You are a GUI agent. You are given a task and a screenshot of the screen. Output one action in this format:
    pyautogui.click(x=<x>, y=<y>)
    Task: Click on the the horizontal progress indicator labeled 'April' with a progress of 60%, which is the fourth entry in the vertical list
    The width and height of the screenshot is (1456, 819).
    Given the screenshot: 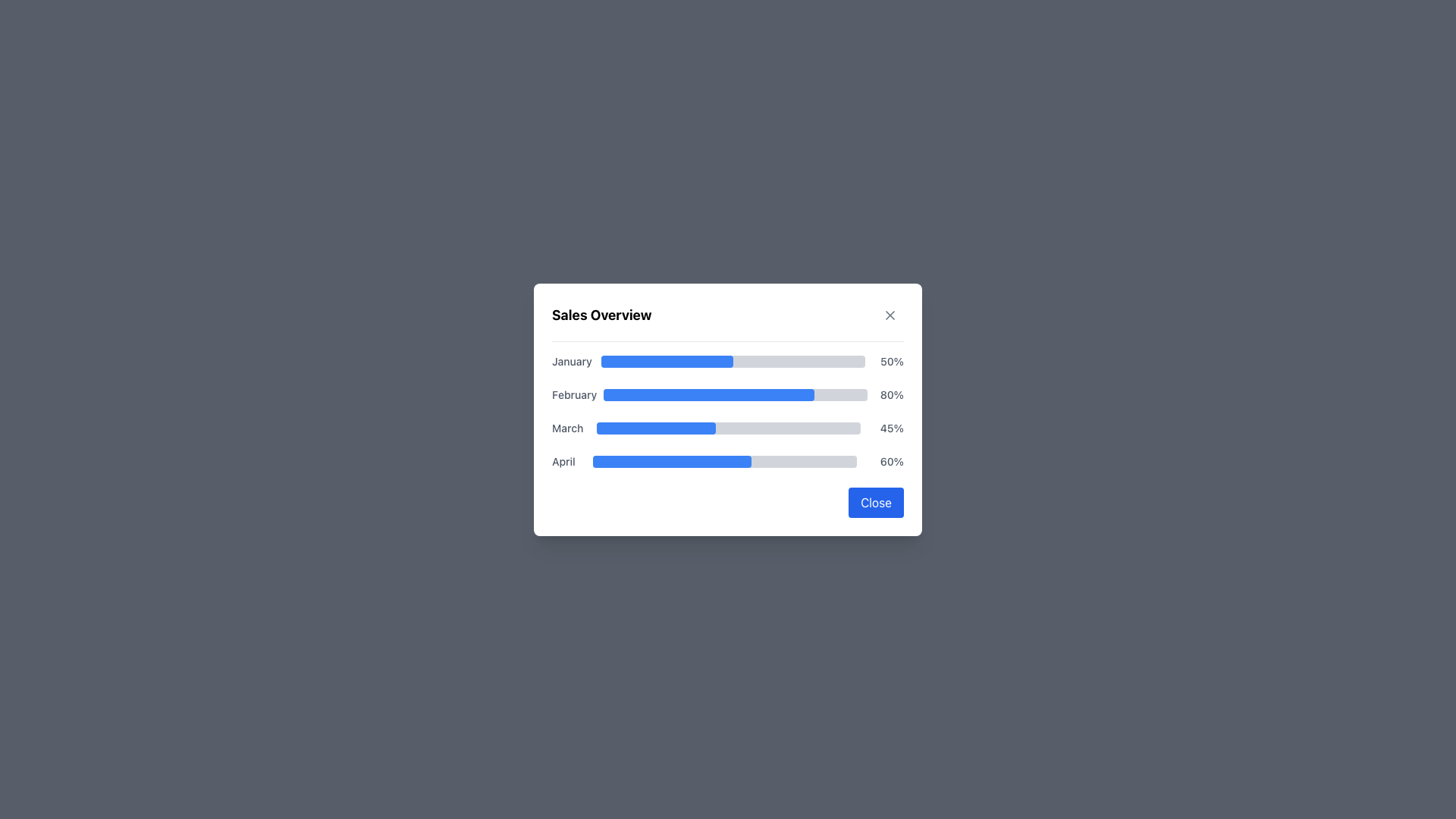 What is the action you would take?
    pyautogui.click(x=728, y=460)
    